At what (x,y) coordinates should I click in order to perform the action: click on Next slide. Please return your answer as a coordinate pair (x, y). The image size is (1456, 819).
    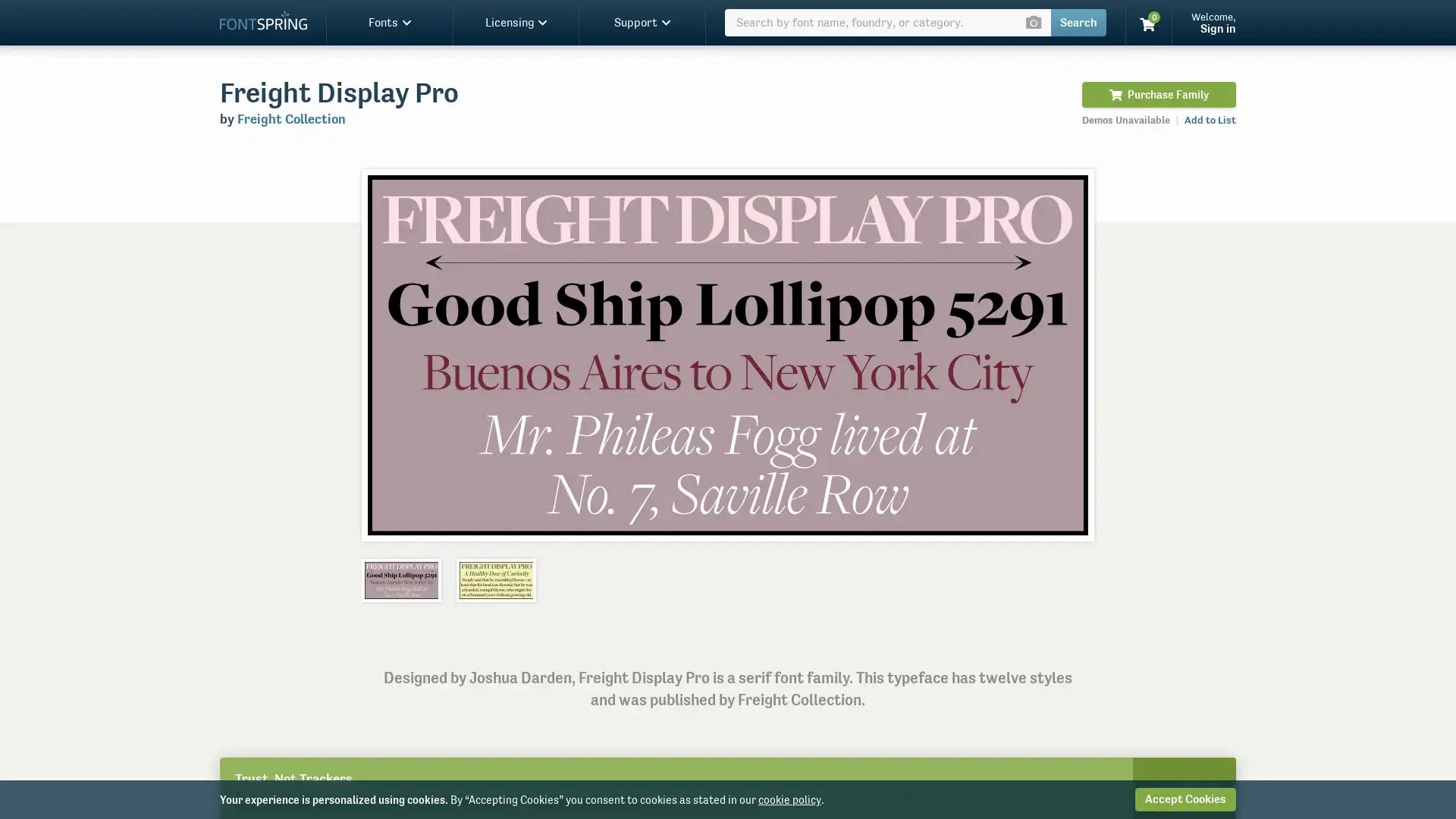
    Looking at the image, I should click on (1065, 354).